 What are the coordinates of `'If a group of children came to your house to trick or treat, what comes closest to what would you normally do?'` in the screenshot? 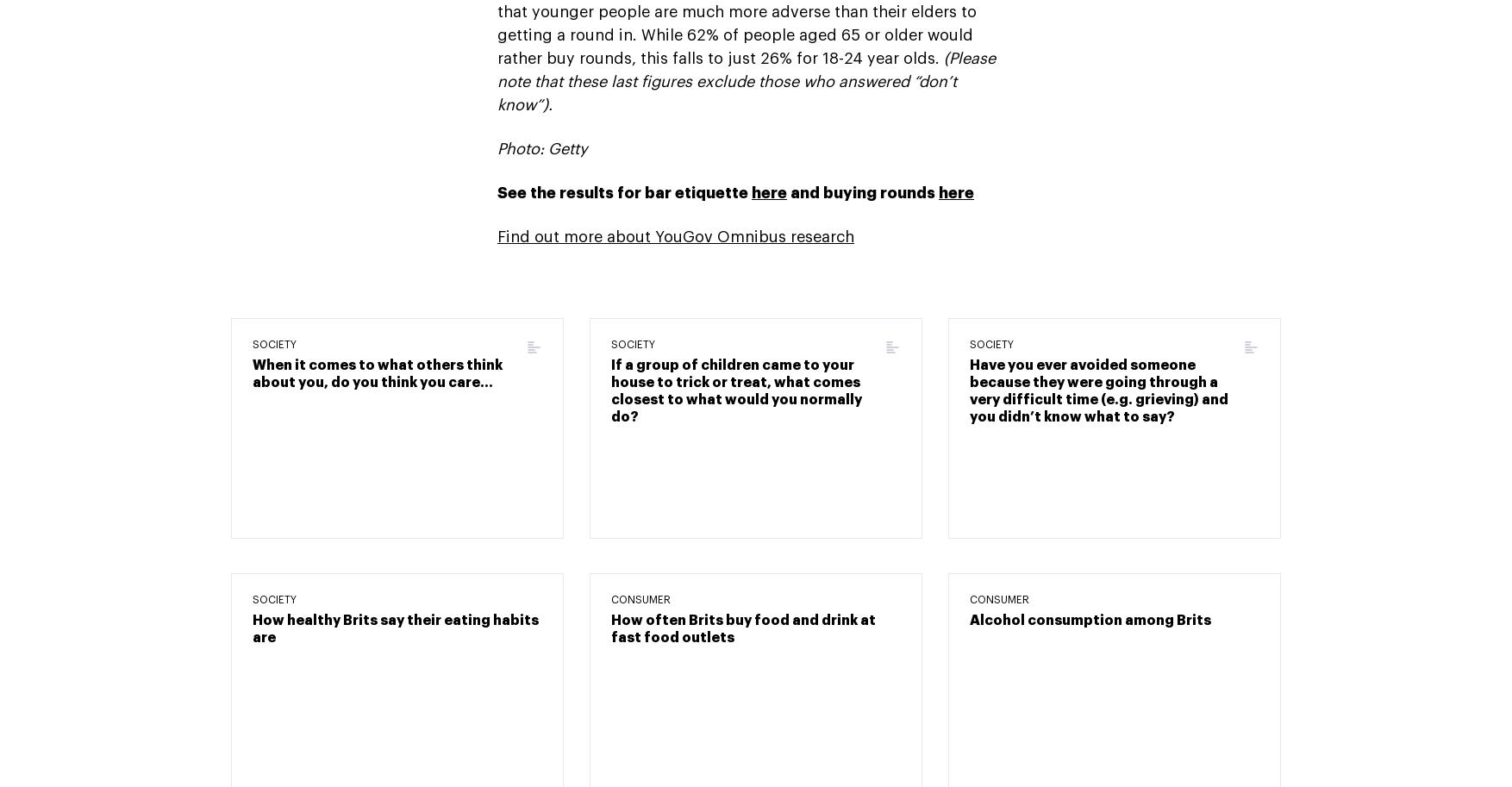 It's located at (735, 390).